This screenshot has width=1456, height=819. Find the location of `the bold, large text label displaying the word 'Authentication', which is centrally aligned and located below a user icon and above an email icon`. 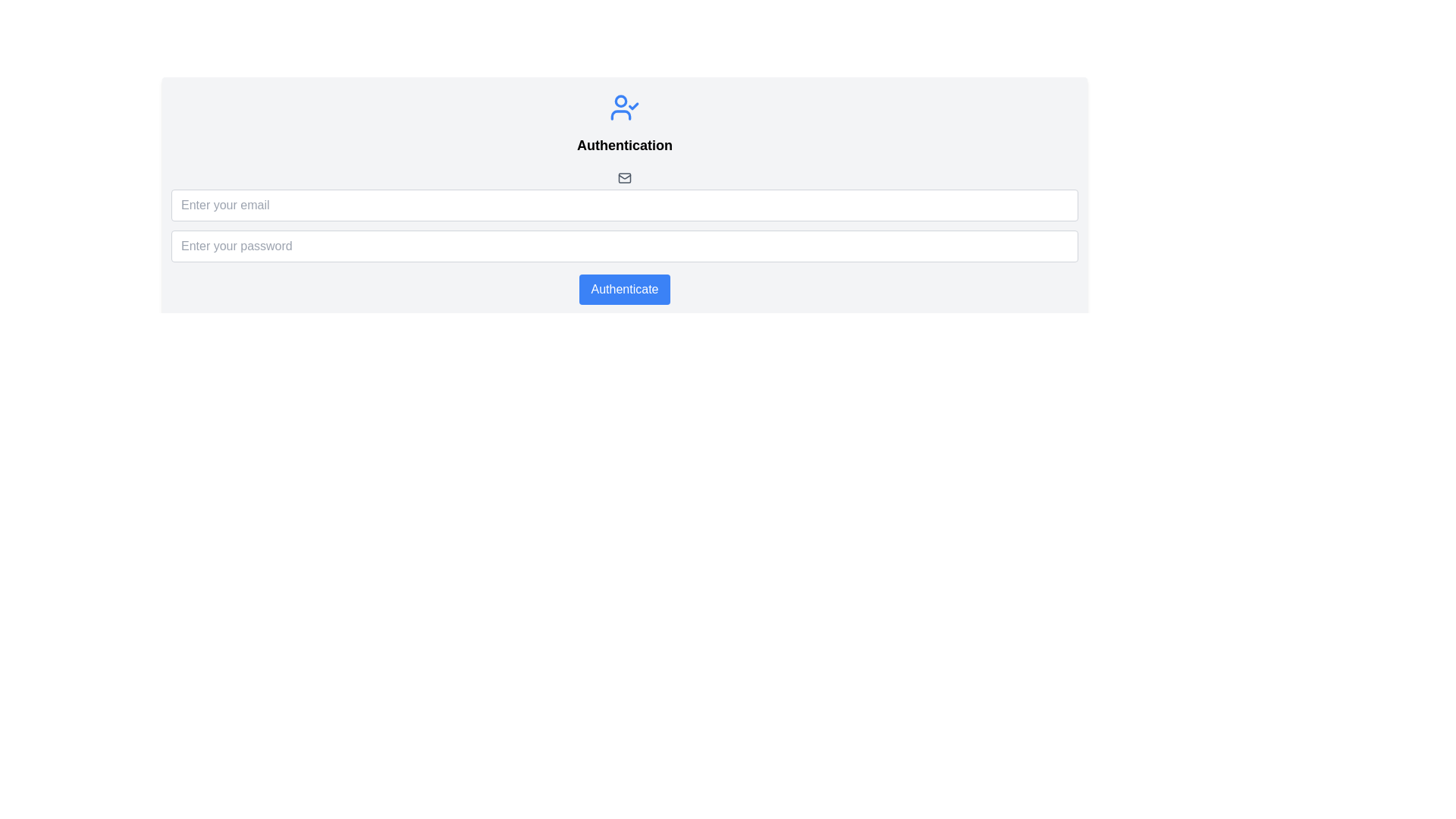

the bold, large text label displaying the word 'Authentication', which is centrally aligned and located below a user icon and above an email icon is located at coordinates (625, 146).